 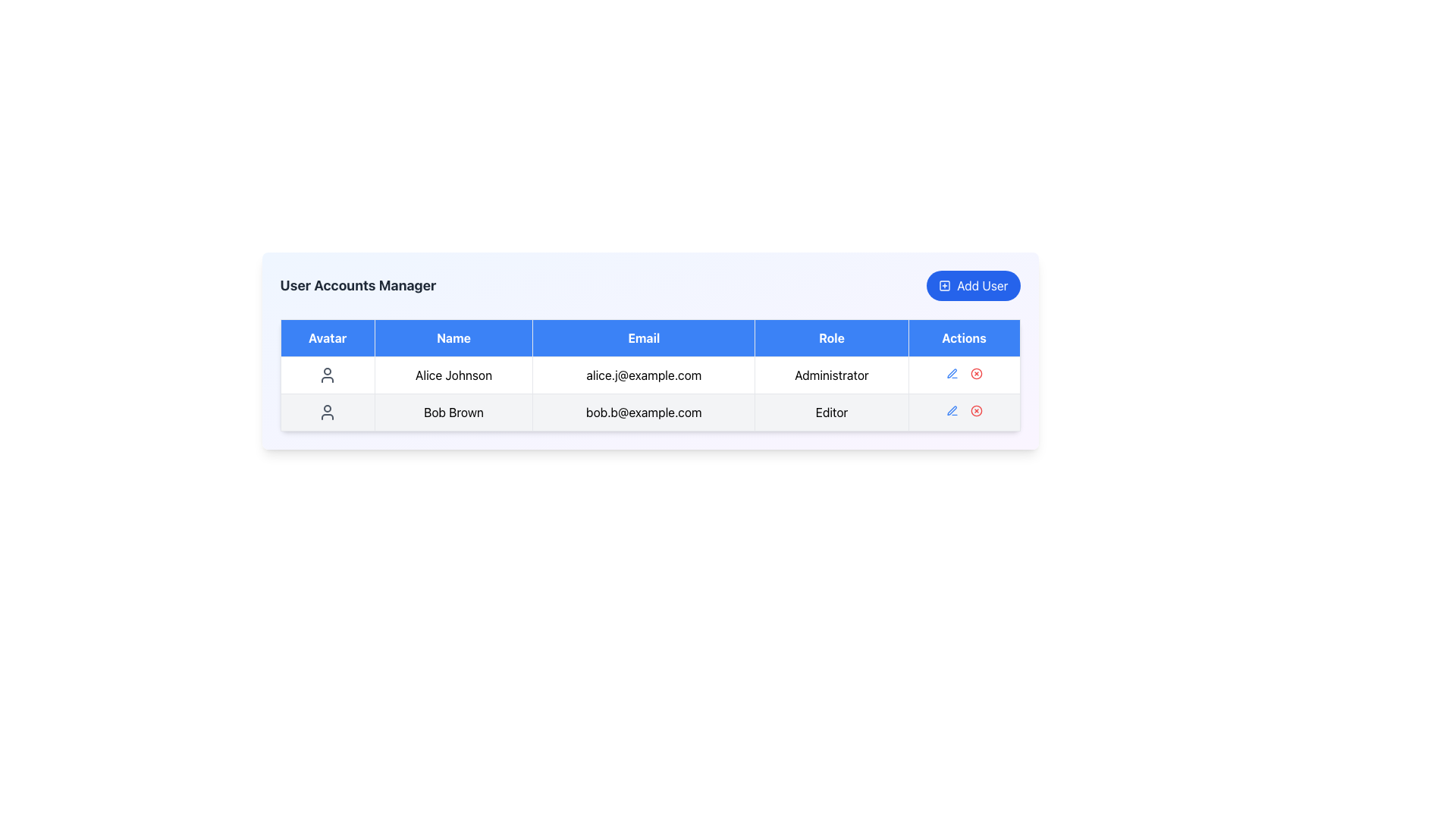 What do you see at coordinates (327, 375) in the screenshot?
I see `the user icon representing Alice Johnson in the Avatar column of the User Accounts Manager interface` at bounding box center [327, 375].